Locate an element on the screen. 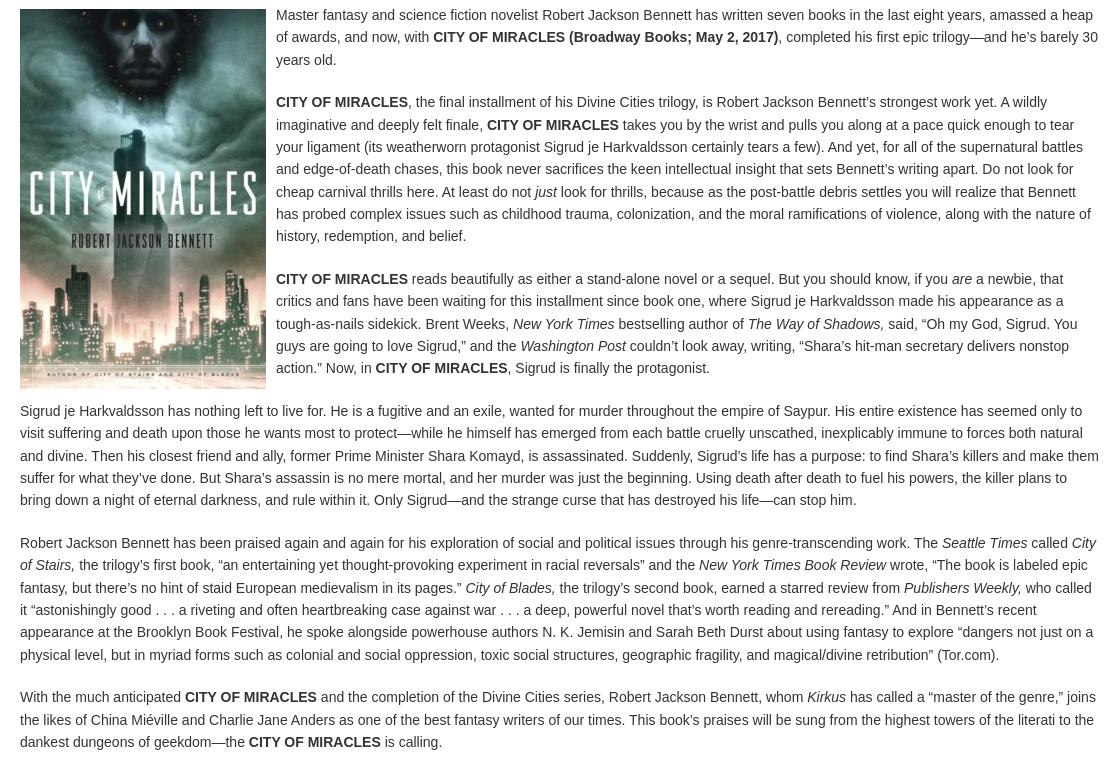  'a newbie, that critics and fans have been waiting for this installment since book one, where Sigrud je Harkvaldsson made his appearance as a tough-as-nails sidekick. Brent Weeks,' is located at coordinates (669, 300).